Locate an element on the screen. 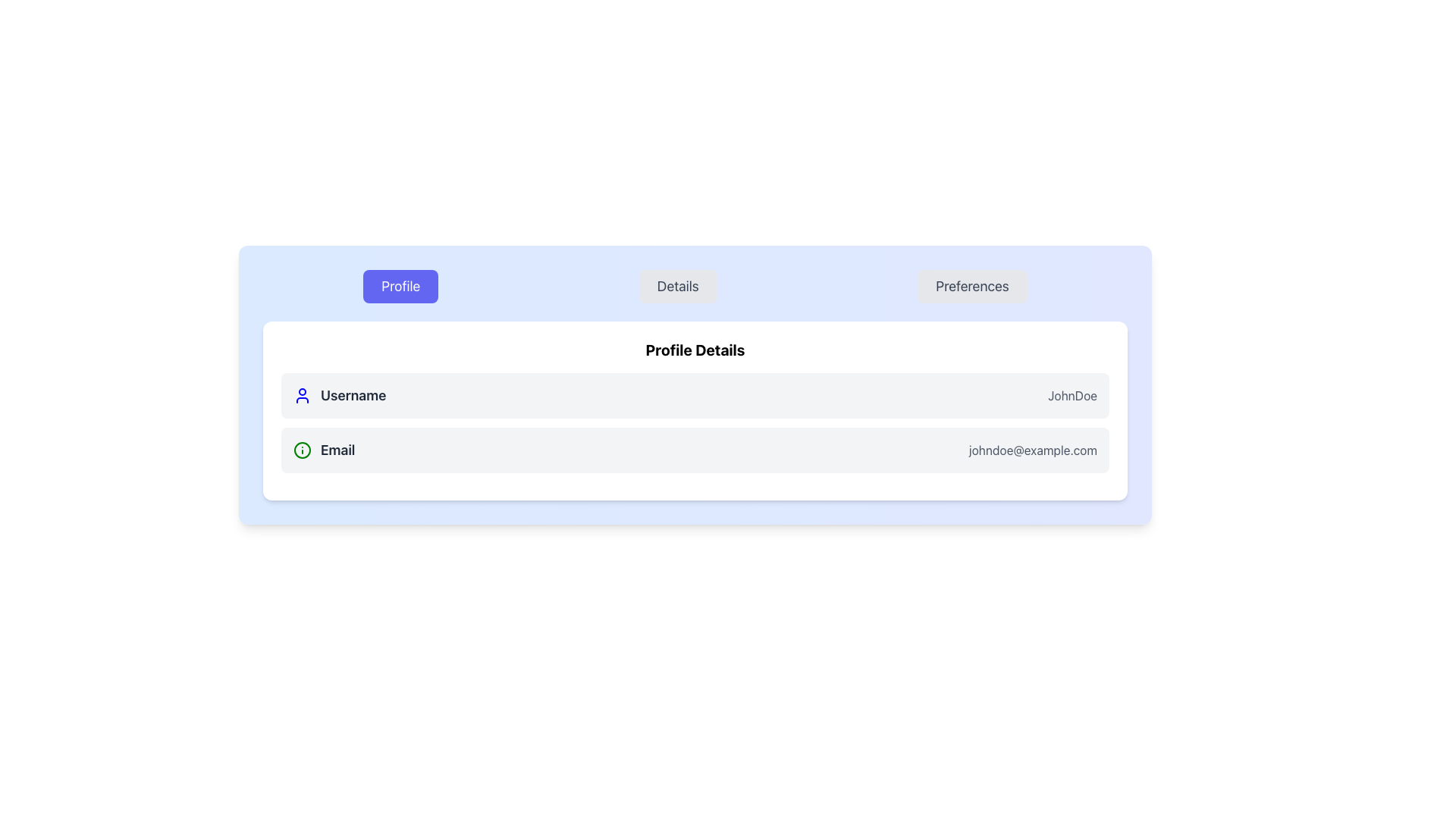  the text label that describes the email address field, which is positioned next to an icon in the details section under the 'Email' label is located at coordinates (337, 450).